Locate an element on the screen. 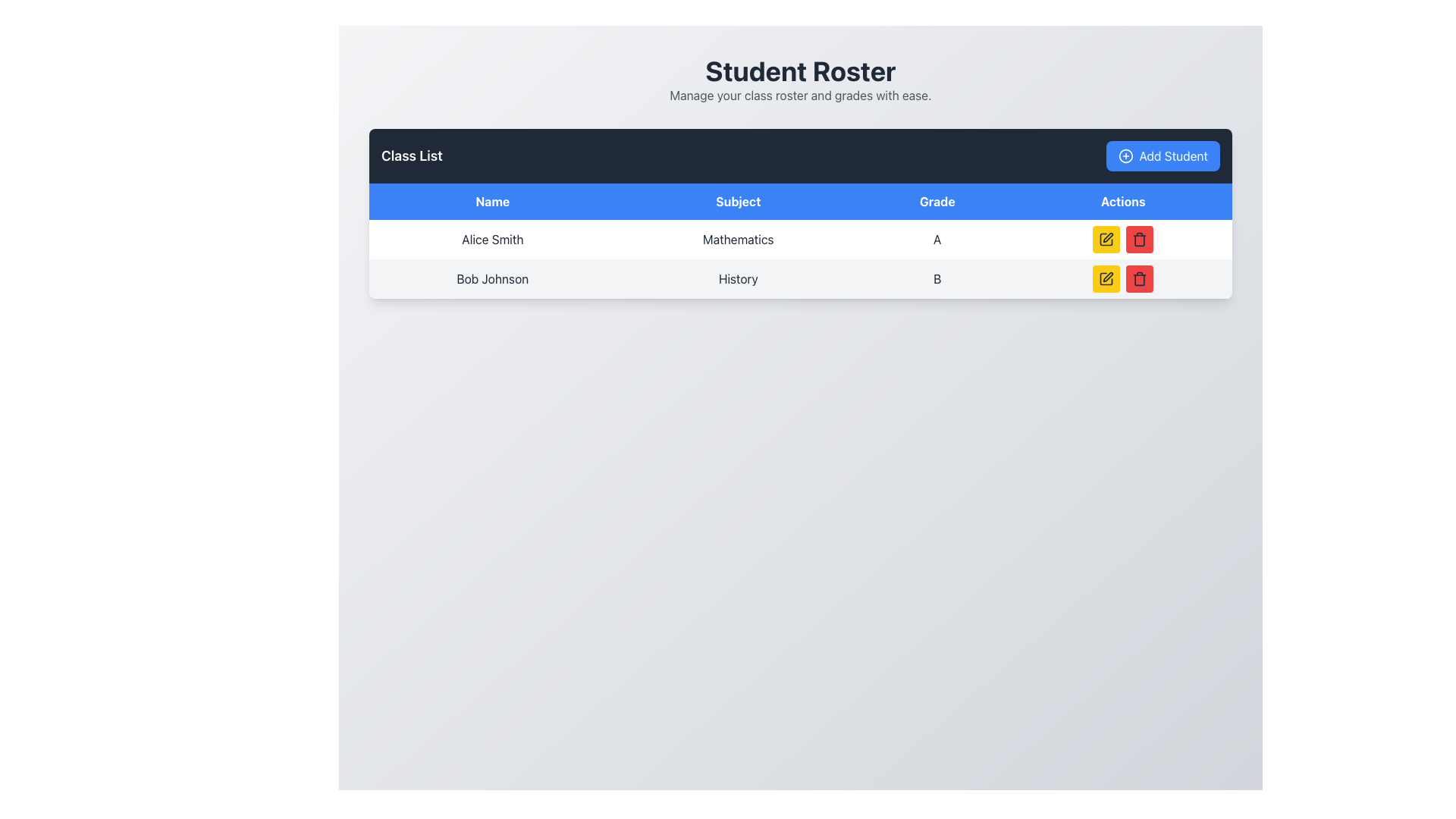 This screenshot has width=1456, height=819. the pencil icon in the 'Actions' column for the student 'Bob Johnson', which is styled as a square with rounded edges and has a yellow background with a thin black outline is located at coordinates (1106, 278).